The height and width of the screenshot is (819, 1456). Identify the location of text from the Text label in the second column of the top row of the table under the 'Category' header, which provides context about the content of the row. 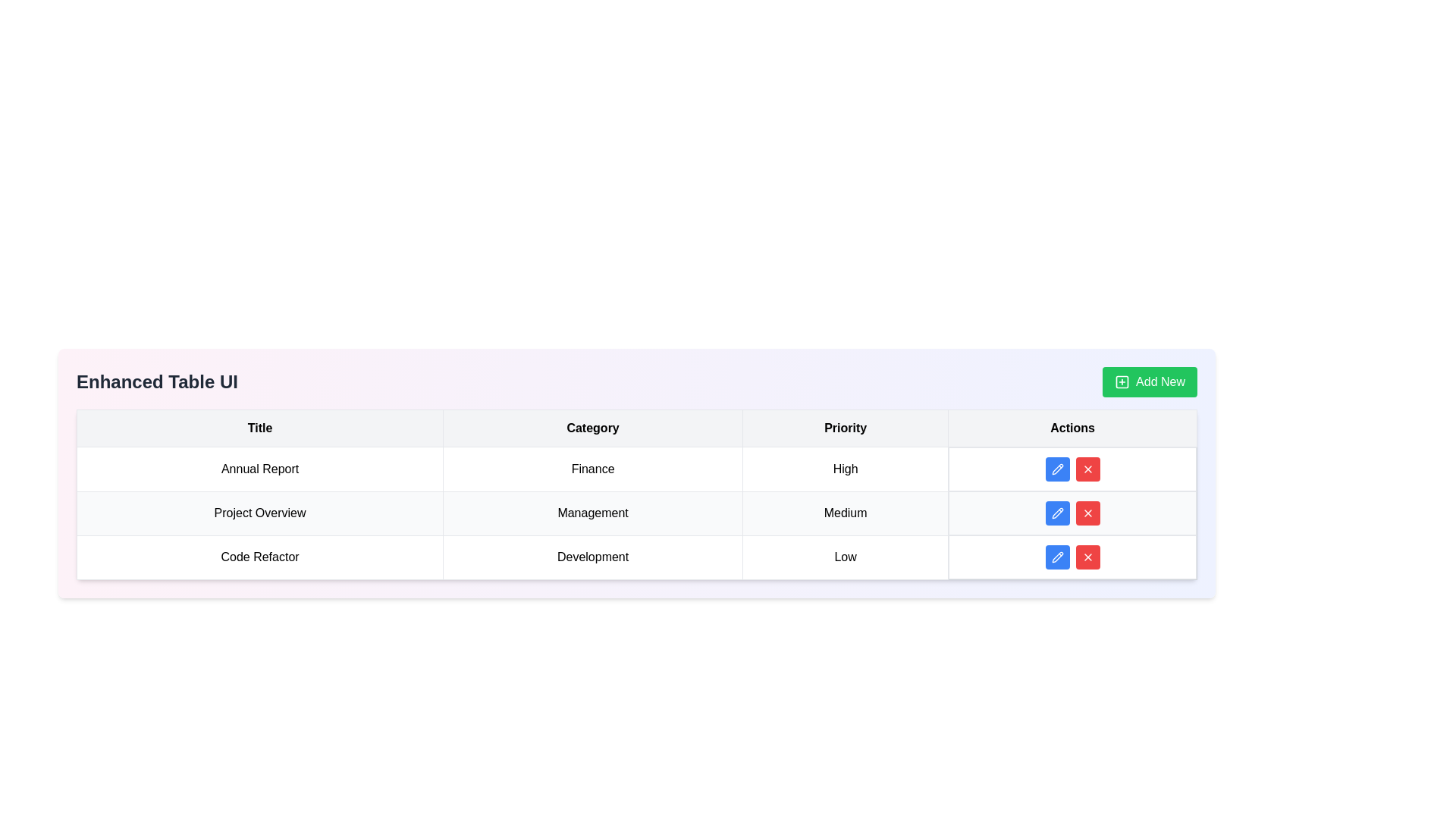
(592, 468).